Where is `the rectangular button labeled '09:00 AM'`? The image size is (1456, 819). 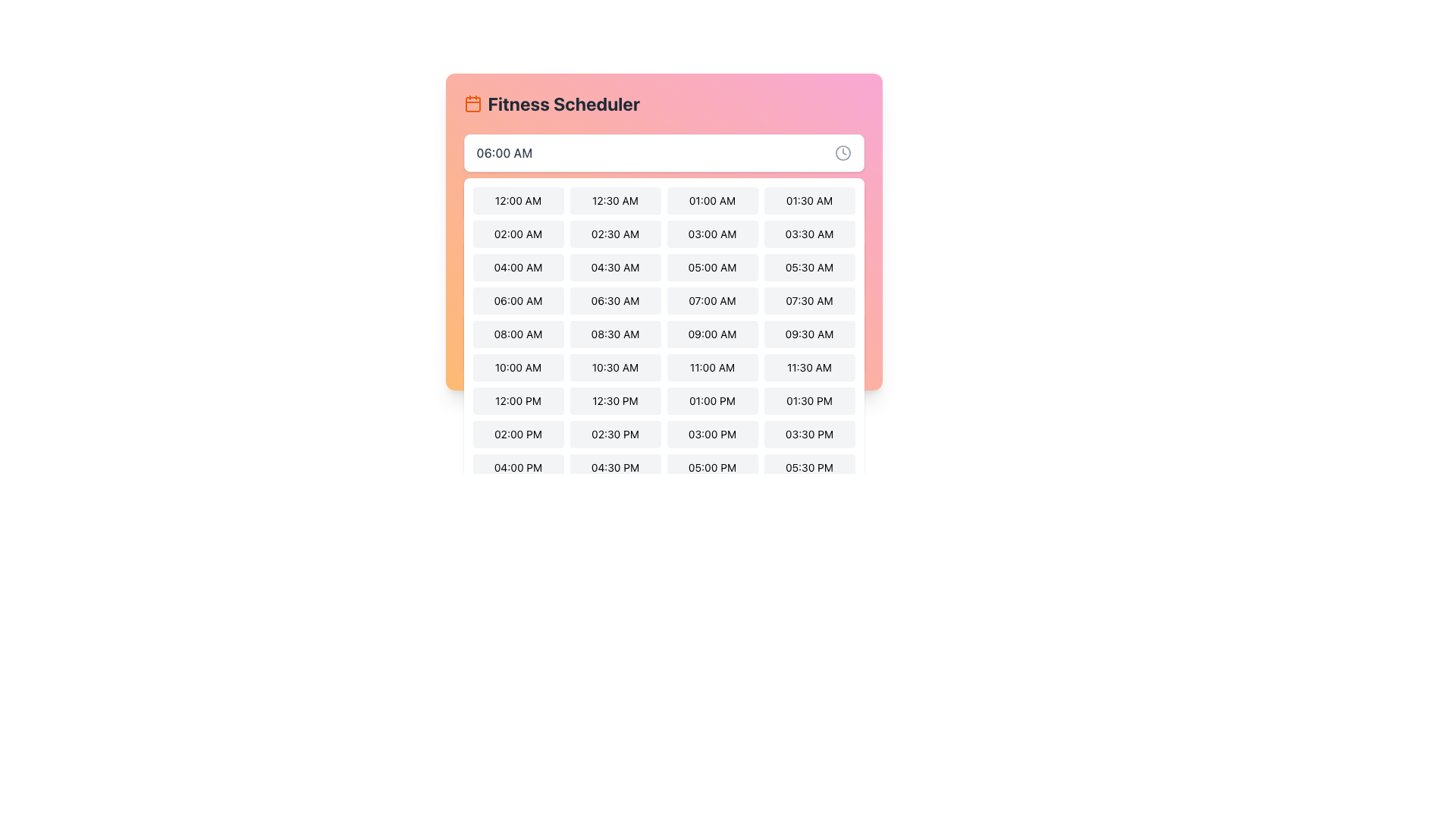 the rectangular button labeled '09:00 AM' is located at coordinates (711, 333).